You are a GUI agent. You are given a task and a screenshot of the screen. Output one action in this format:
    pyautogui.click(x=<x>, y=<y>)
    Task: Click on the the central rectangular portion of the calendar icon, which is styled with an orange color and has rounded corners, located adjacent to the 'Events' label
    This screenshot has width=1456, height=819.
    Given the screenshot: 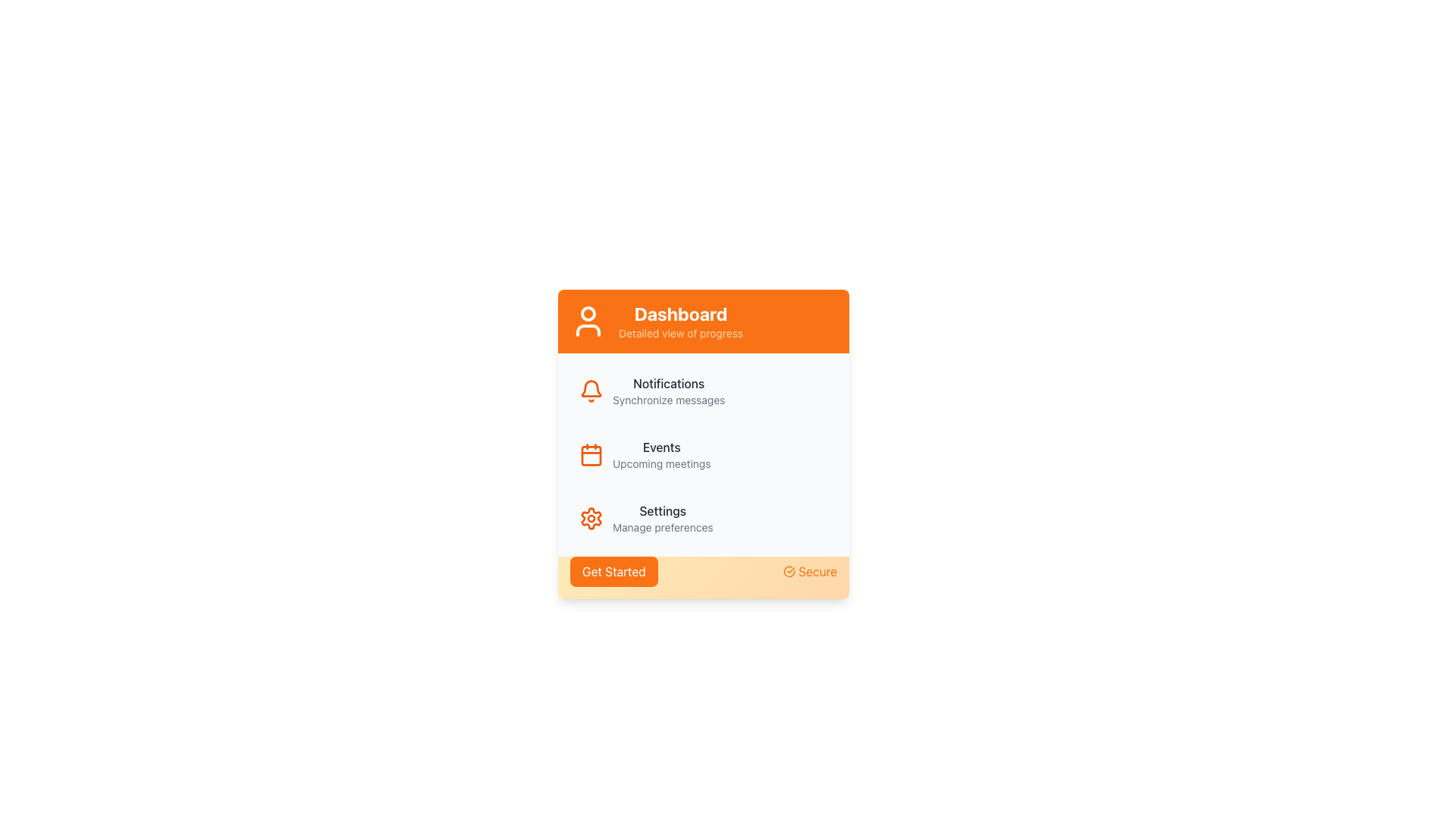 What is the action you would take?
    pyautogui.click(x=590, y=455)
    